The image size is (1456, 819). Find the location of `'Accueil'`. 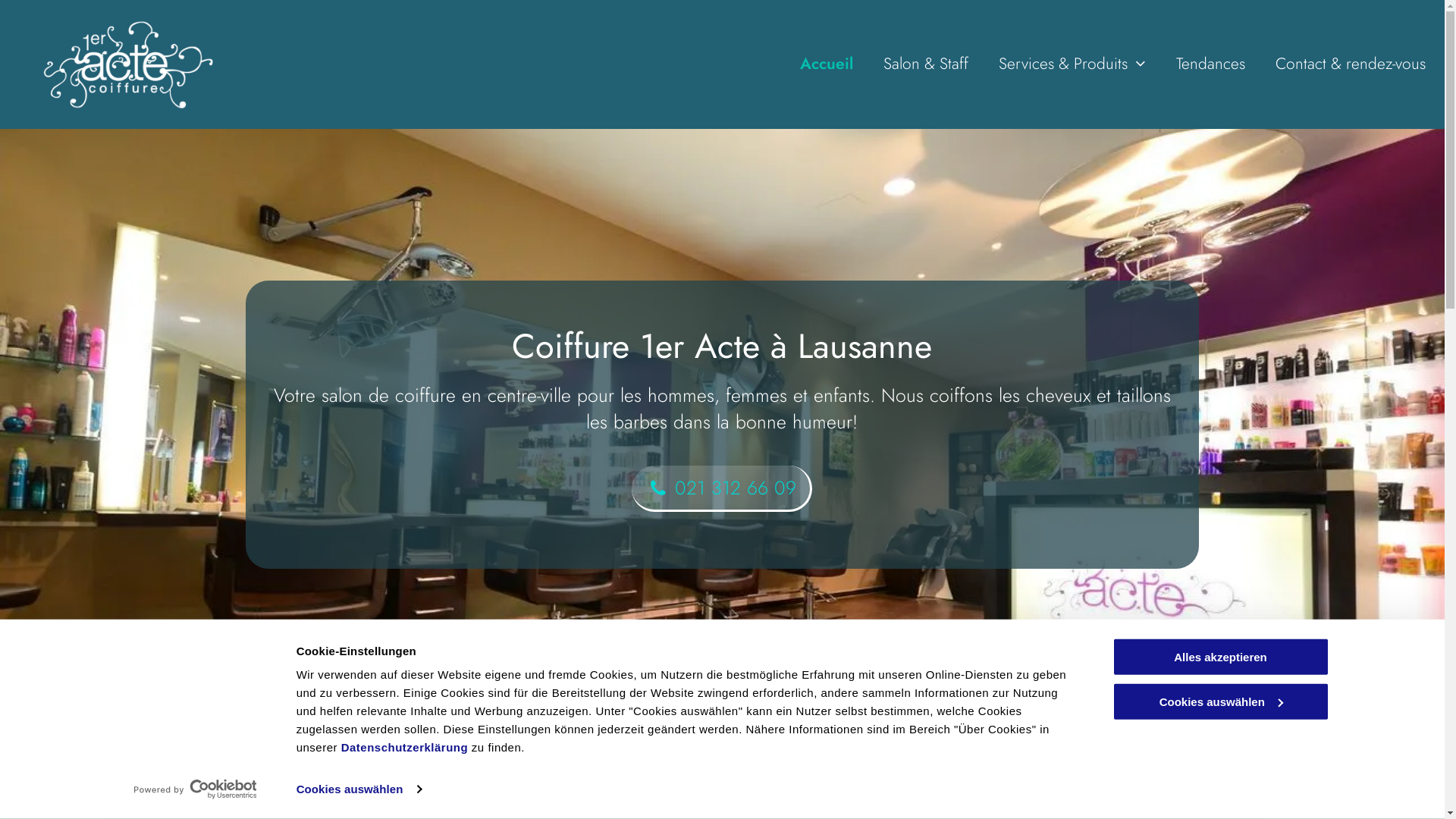

'Accueil' is located at coordinates (825, 63).